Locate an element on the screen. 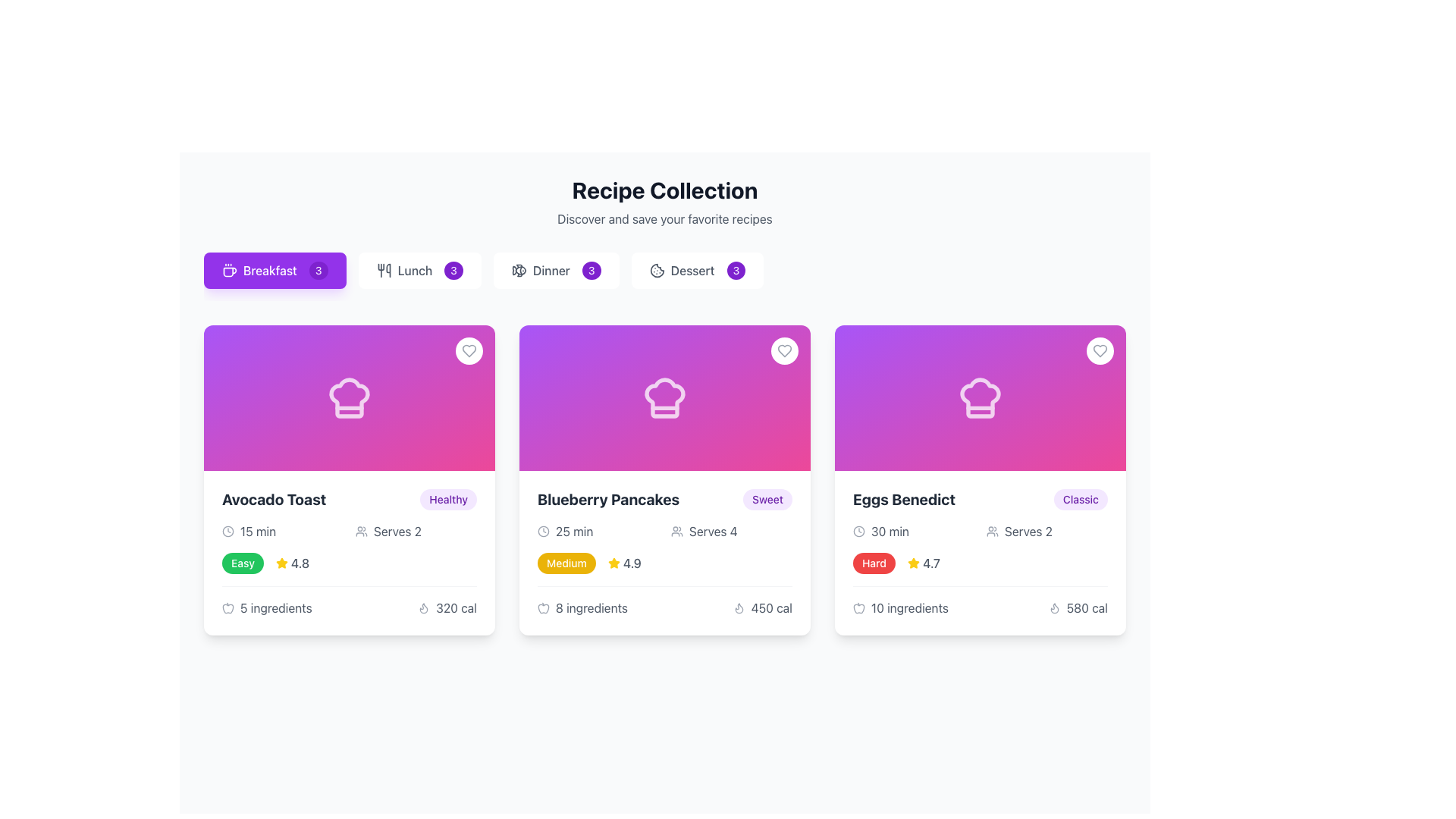  the chef's hat icon located at the center of the first card in the 'Recipe Collection' section, positioned above the 'Avocado Toast' text is located at coordinates (348, 397).